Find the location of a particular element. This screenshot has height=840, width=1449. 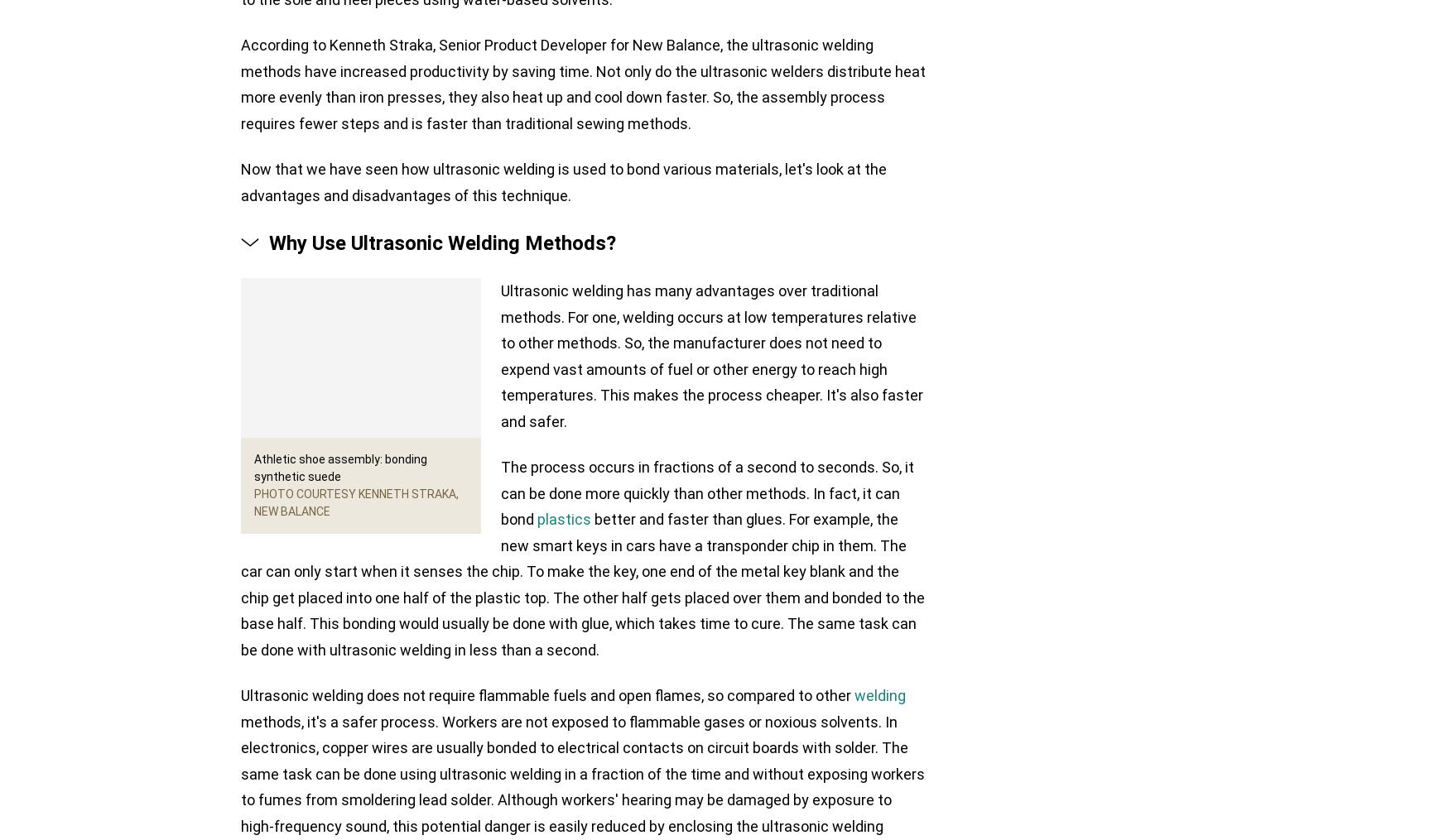

'better and faster than glues. For example, the new smart keys in cars have a transponder chip in them. The car can only start when it senses the chip. To make the key, one end of the metal key blank and the chip get placed into one half of the plastic top. The other half gets placed over them and bonded to the base half. This bonding would usually be done with glue, which takes time to cure. The same task can be done with ultrasonic welding in less than a second.' is located at coordinates (583, 584).